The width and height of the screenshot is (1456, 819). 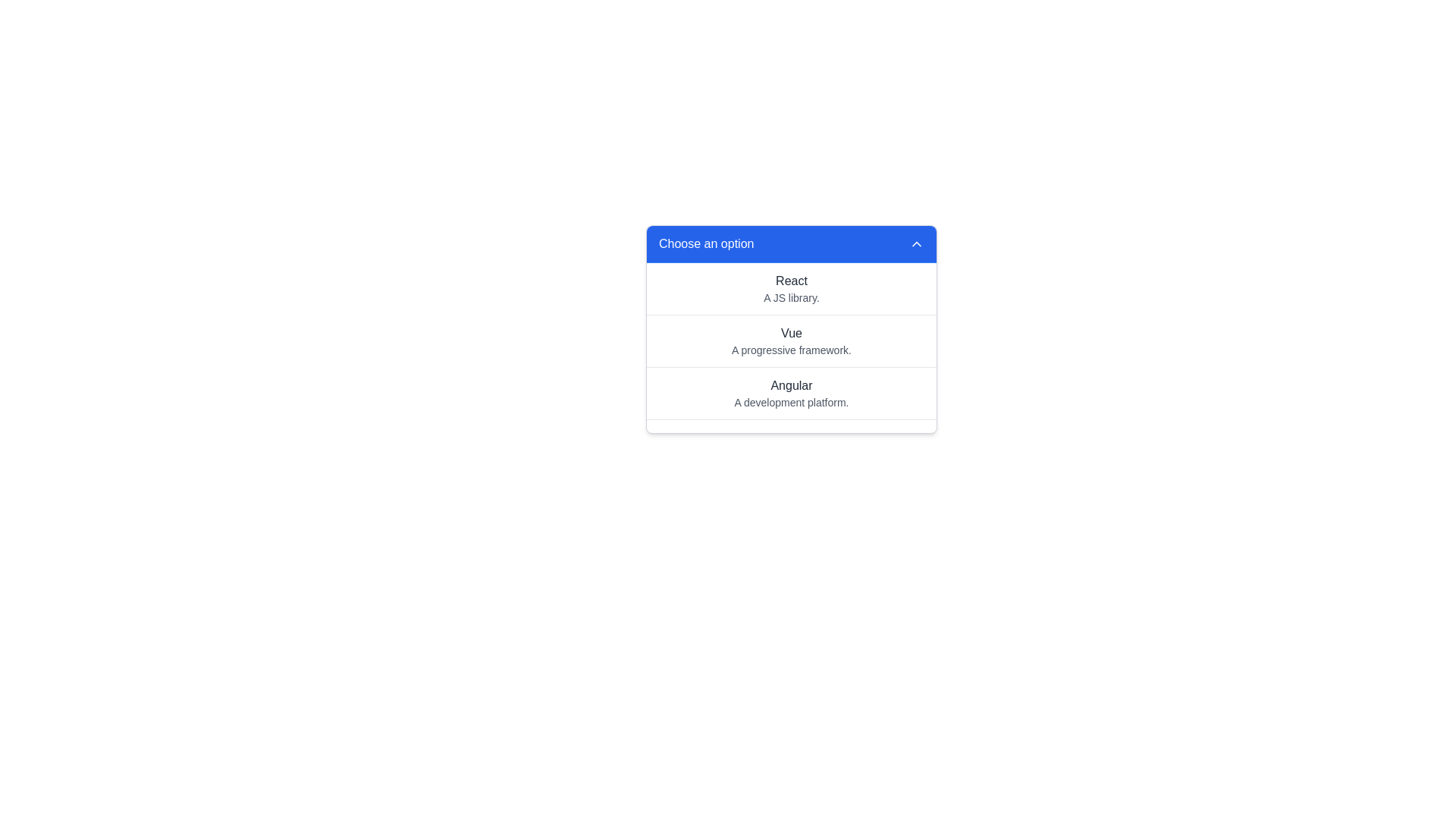 What do you see at coordinates (916, 243) in the screenshot?
I see `the small upward-pointing arrow icon located at the far right of the blue bar labeled 'Choose an option'` at bounding box center [916, 243].